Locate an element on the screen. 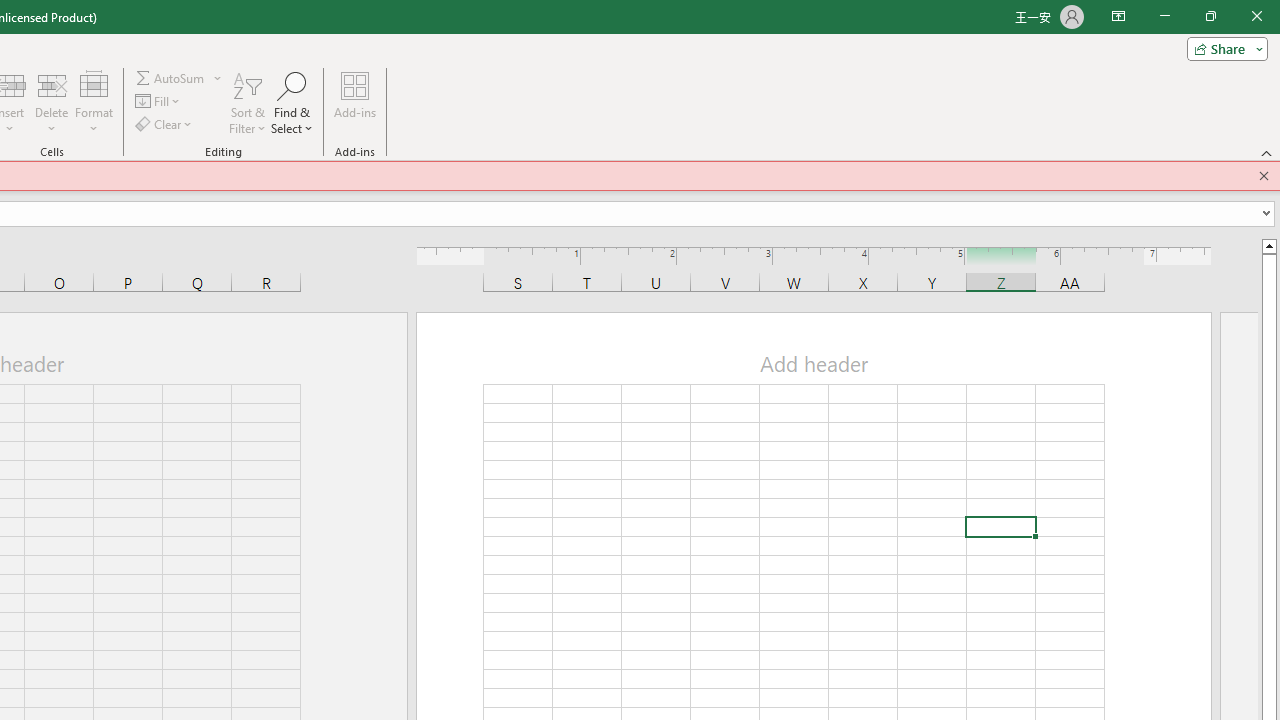 Image resolution: width=1280 pixels, height=720 pixels. 'Format' is located at coordinates (93, 103).